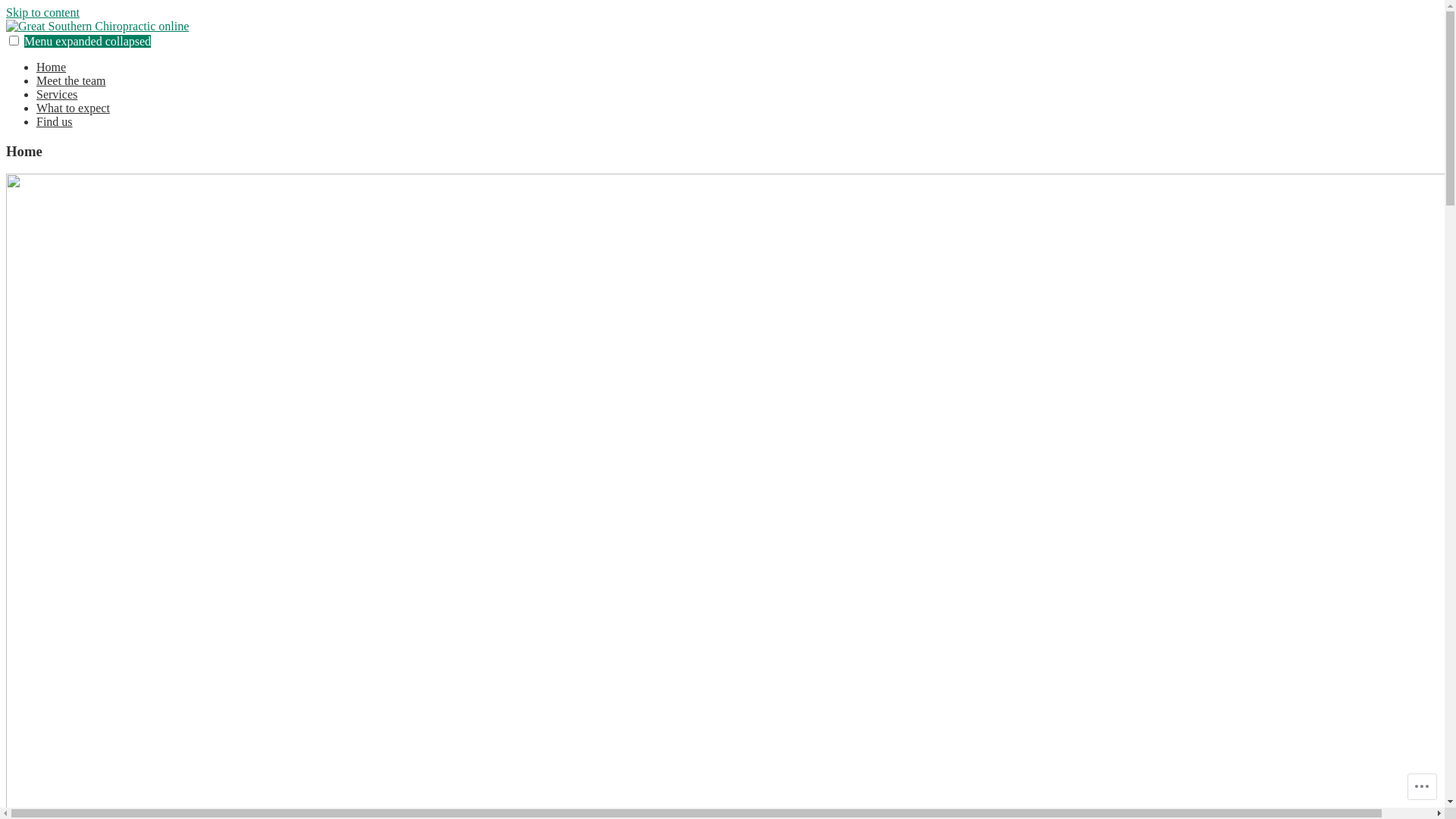 Image resolution: width=1456 pixels, height=819 pixels. I want to click on 'Skip to content', so click(42, 12).